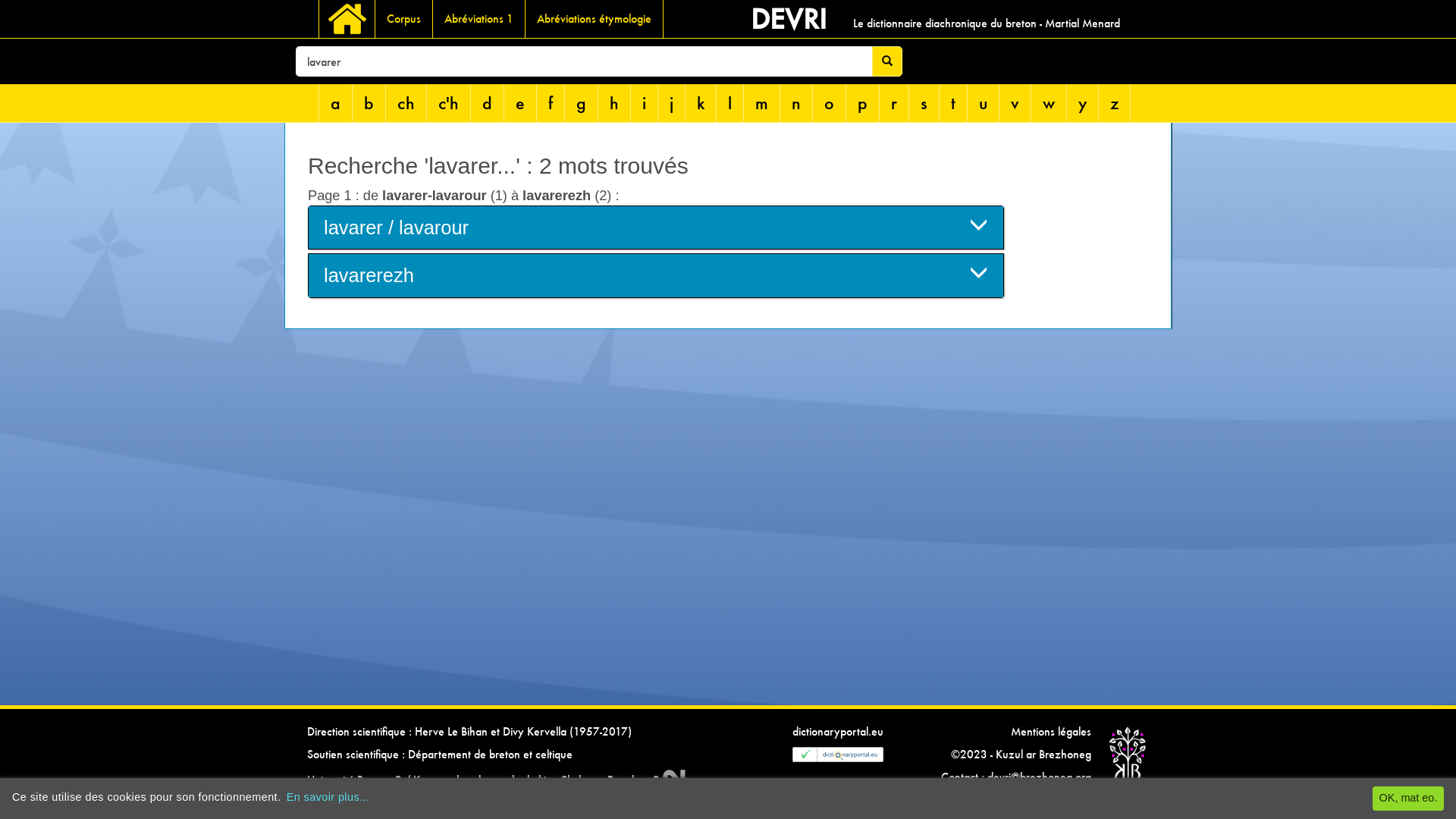 This screenshot has width=1456, height=819. What do you see at coordinates (1407, 798) in the screenshot?
I see `'OK, mat eo.'` at bounding box center [1407, 798].